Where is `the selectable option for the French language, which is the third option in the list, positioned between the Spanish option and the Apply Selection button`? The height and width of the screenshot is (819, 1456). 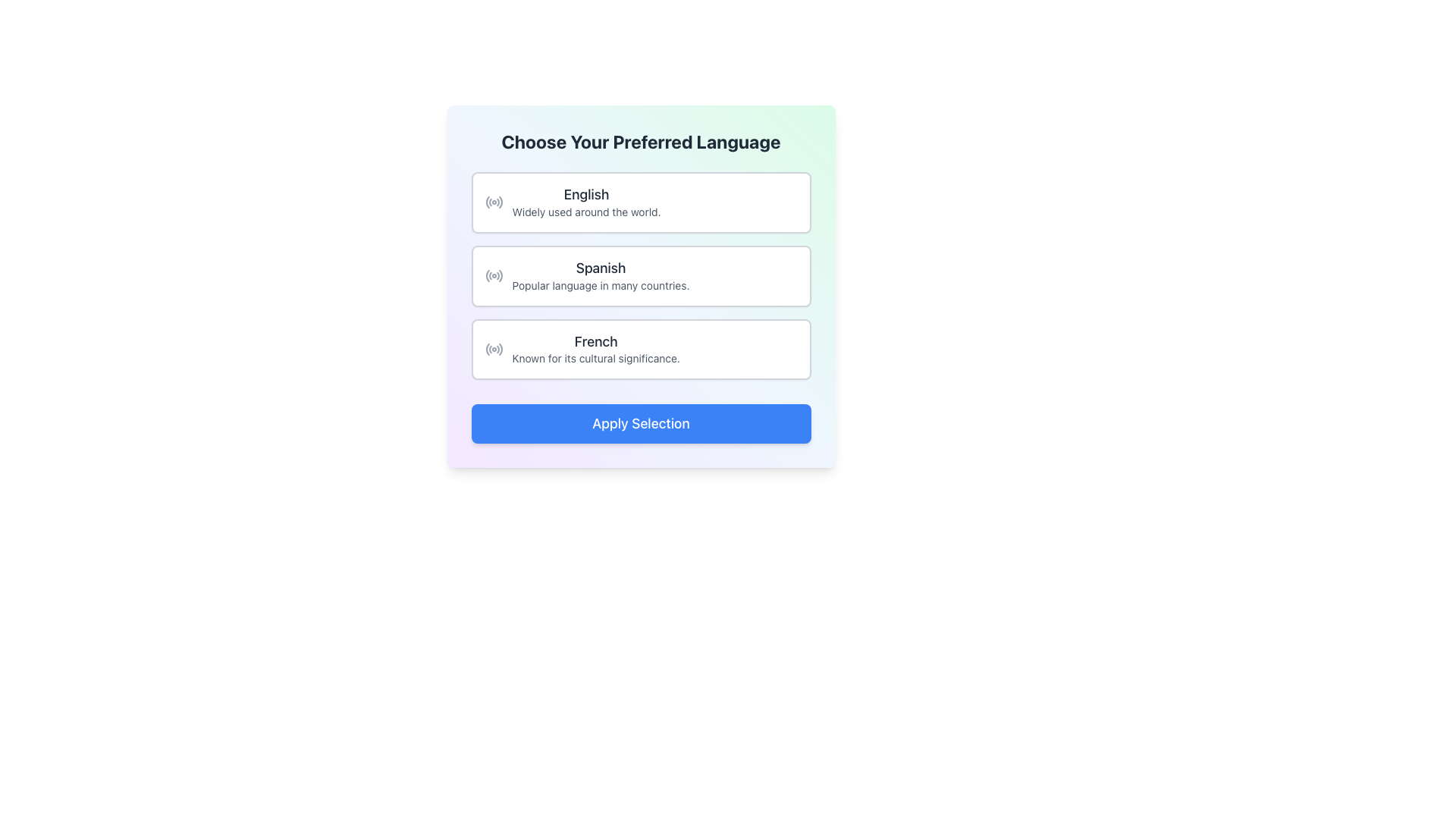
the selectable option for the French language, which is the third option in the list, positioned between the Spanish option and the Apply Selection button is located at coordinates (582, 349).